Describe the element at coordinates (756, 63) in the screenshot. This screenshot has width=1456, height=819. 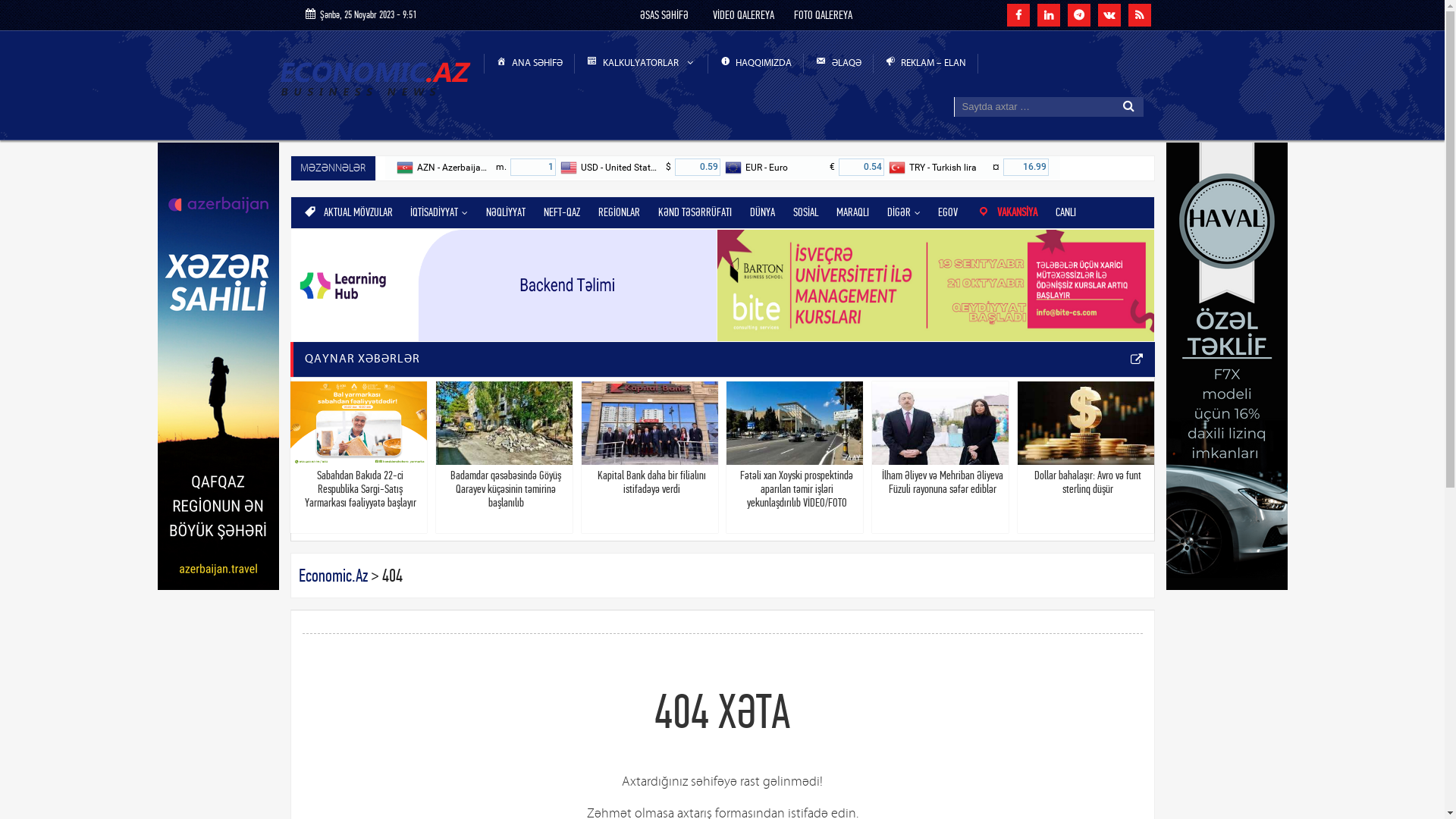
I see `'HAQQIMIZDA'` at that location.